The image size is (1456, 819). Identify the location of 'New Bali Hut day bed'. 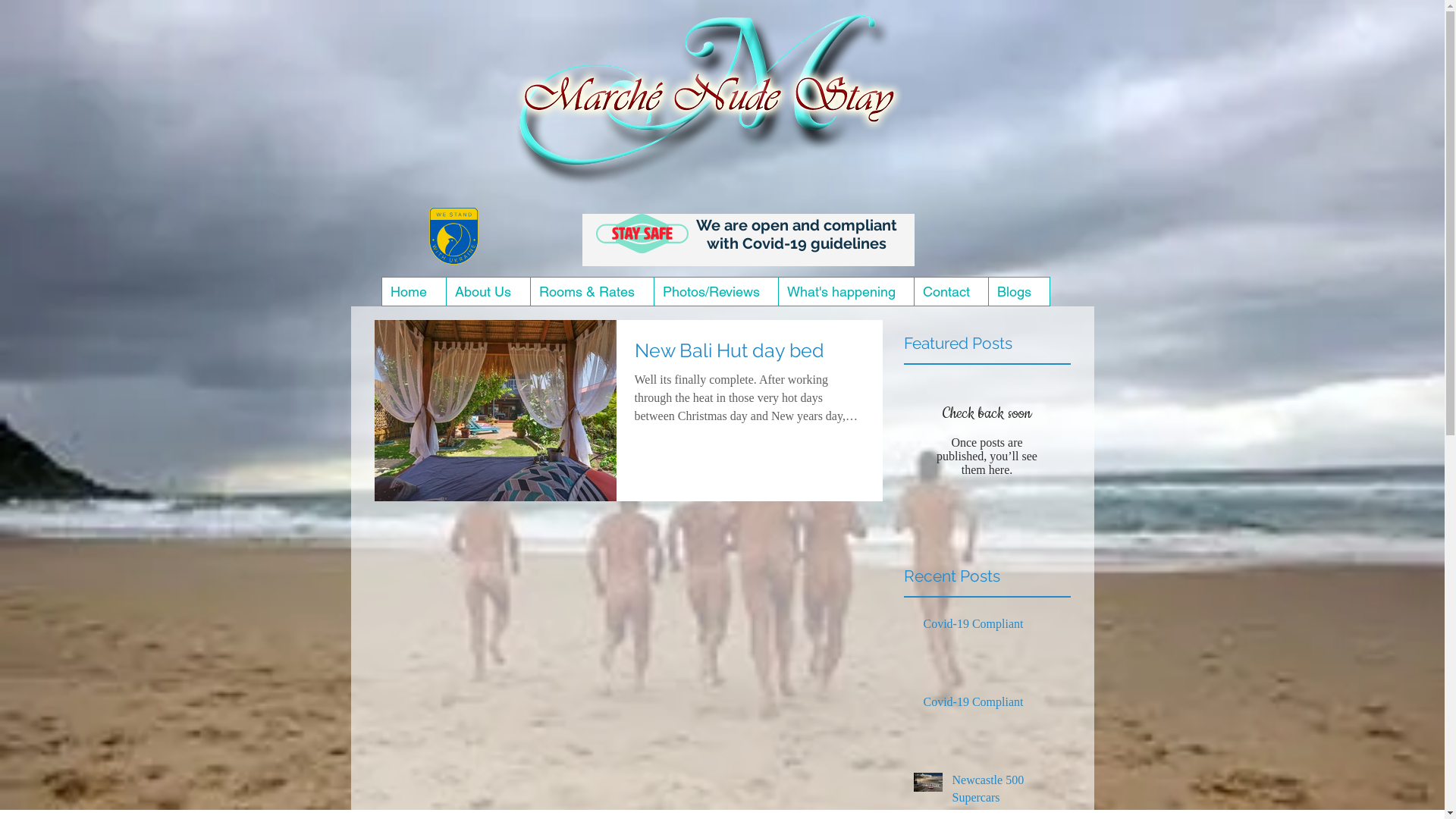
(748, 354).